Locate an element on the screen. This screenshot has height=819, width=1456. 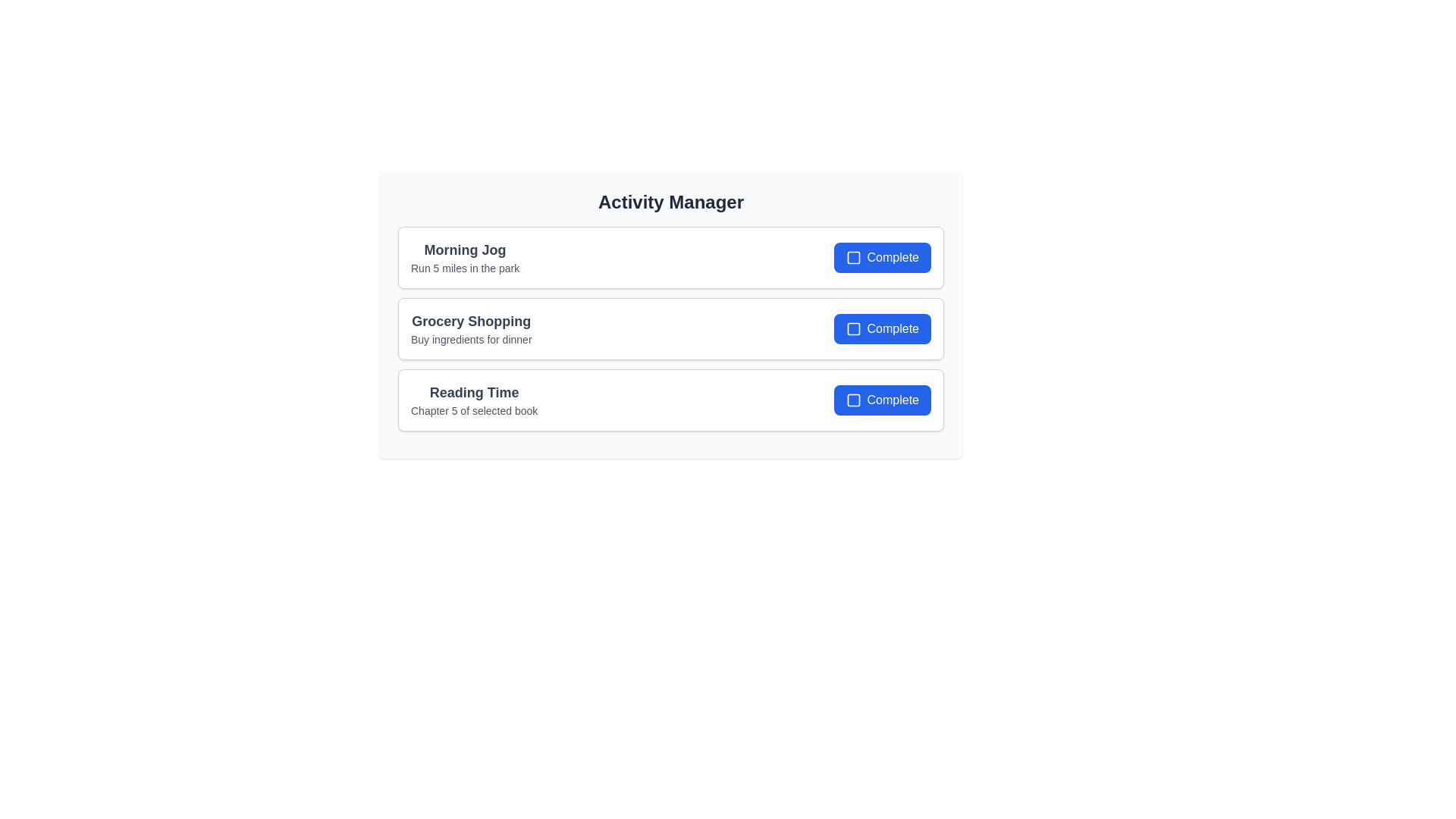
the text label displaying 'Chapter 5 of selected book' is located at coordinates (473, 411).